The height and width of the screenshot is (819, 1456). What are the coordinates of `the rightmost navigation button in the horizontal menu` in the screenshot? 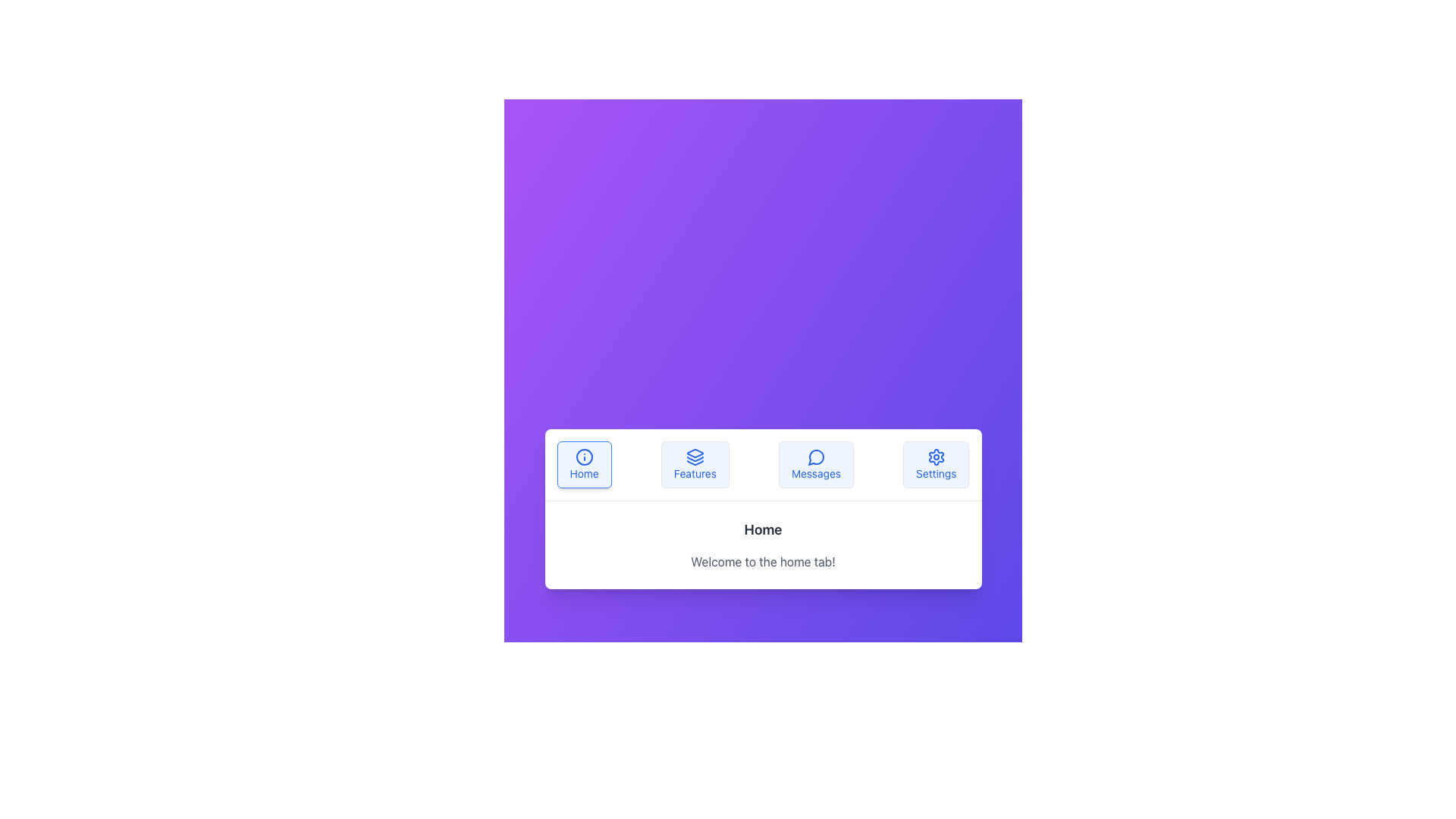 It's located at (935, 463).